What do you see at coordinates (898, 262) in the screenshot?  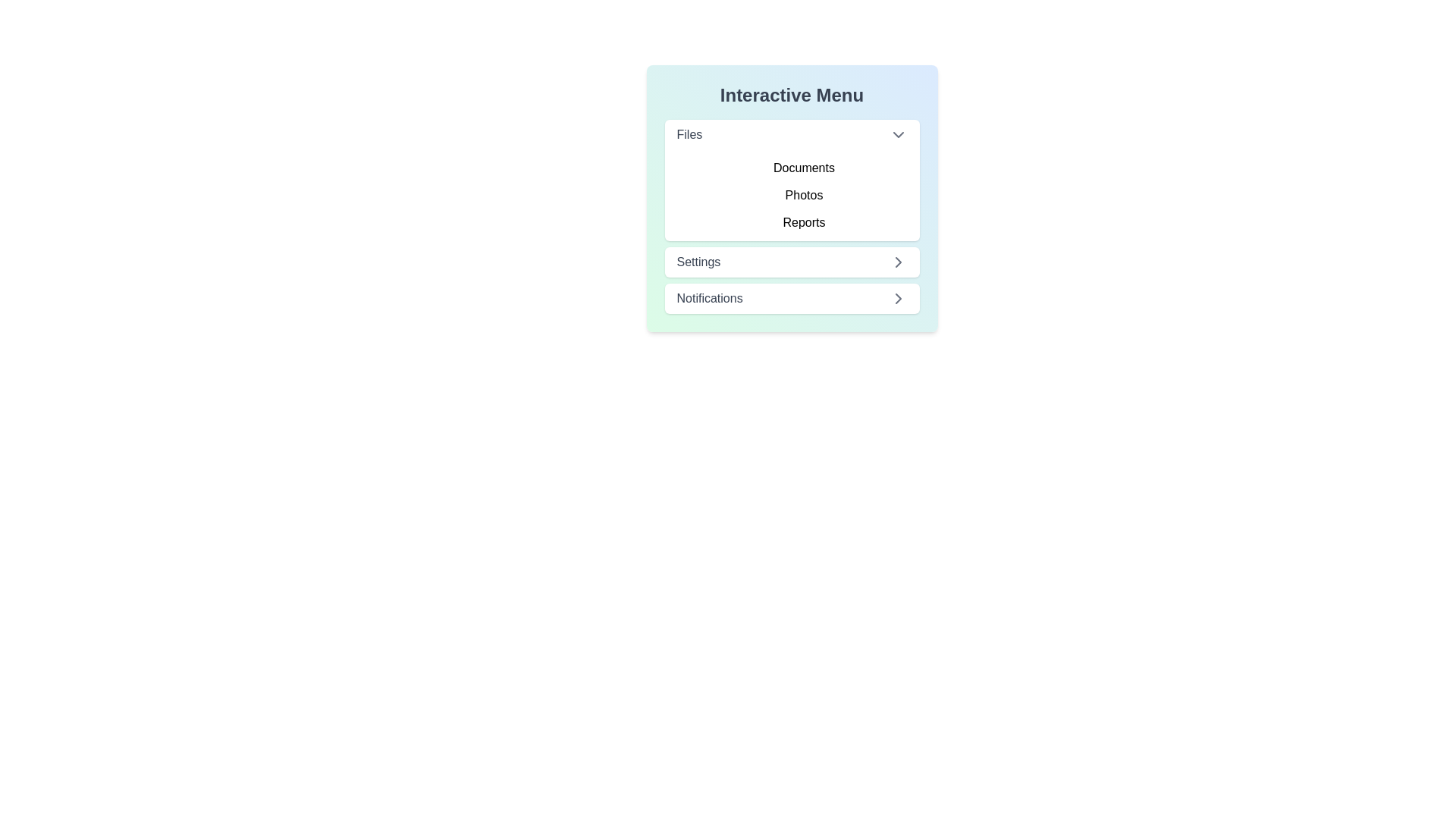 I see `the navigation arrow to proceed to the linked section` at bounding box center [898, 262].